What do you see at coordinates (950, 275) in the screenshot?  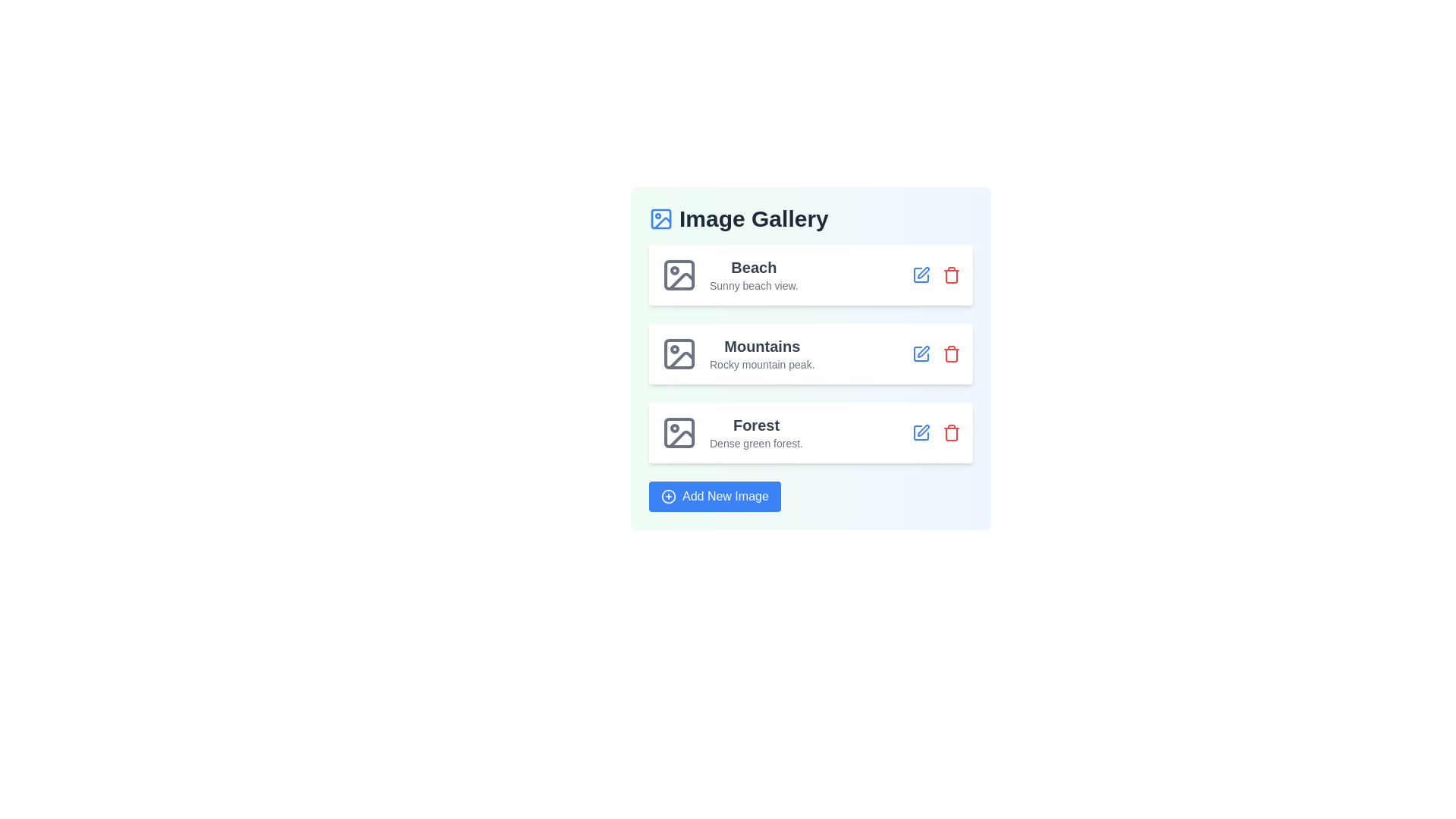 I see `delete button for the image with title Beach to remove it from the gallery` at bounding box center [950, 275].